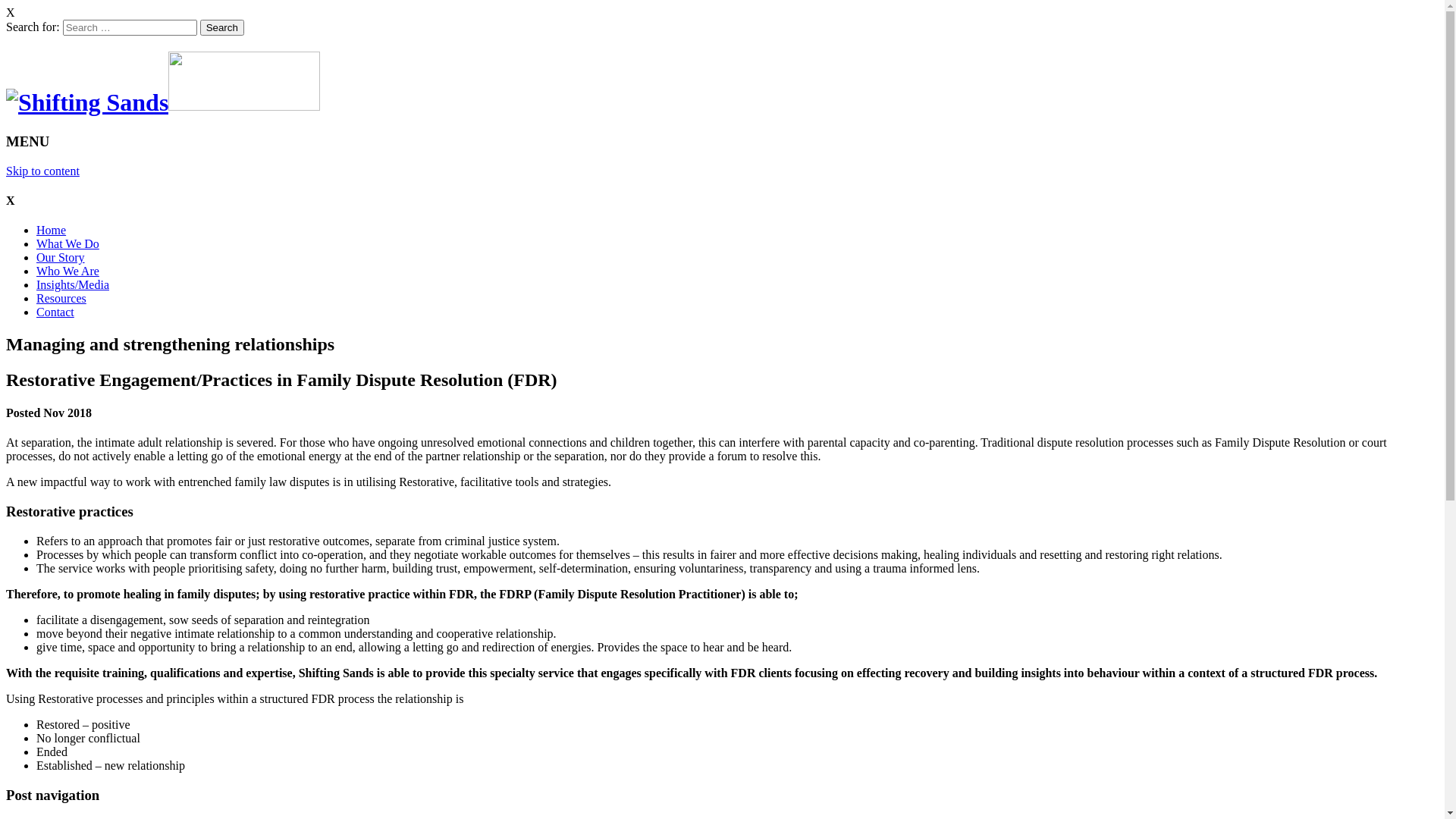 The width and height of the screenshot is (1456, 819). I want to click on 'Skip to content', so click(42, 171).